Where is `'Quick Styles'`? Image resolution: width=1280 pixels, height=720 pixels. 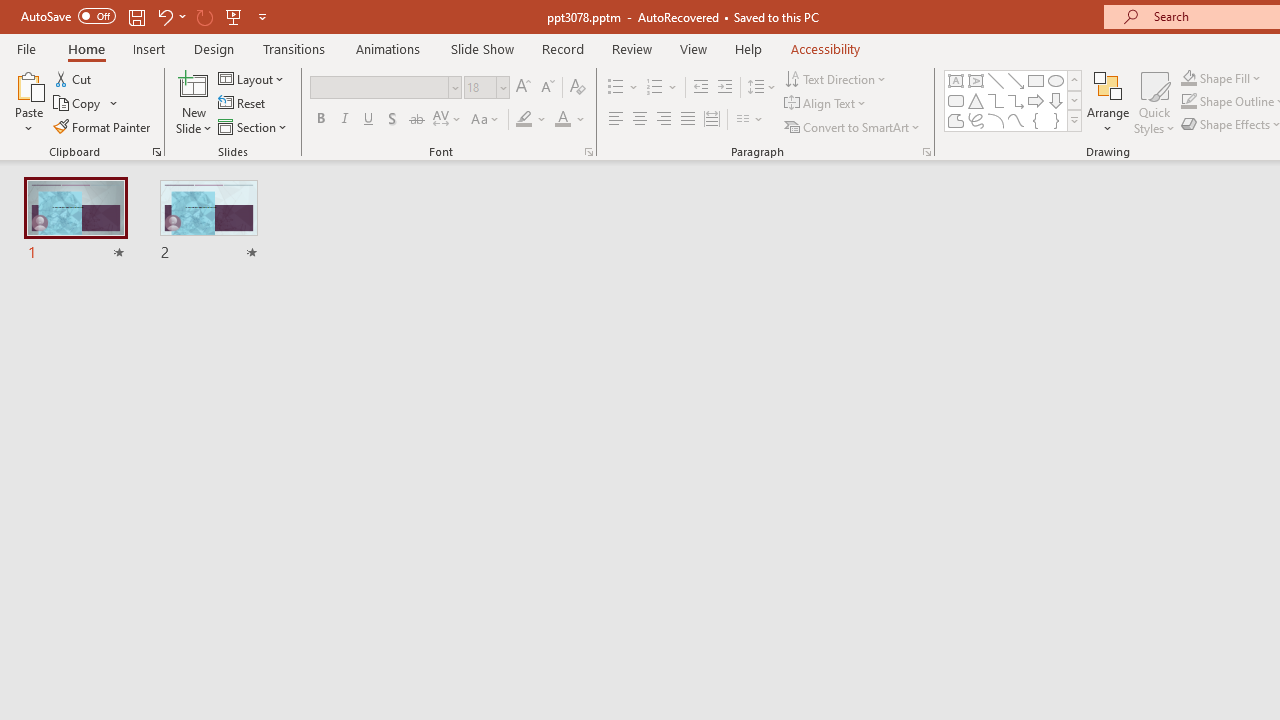 'Quick Styles' is located at coordinates (1154, 103).